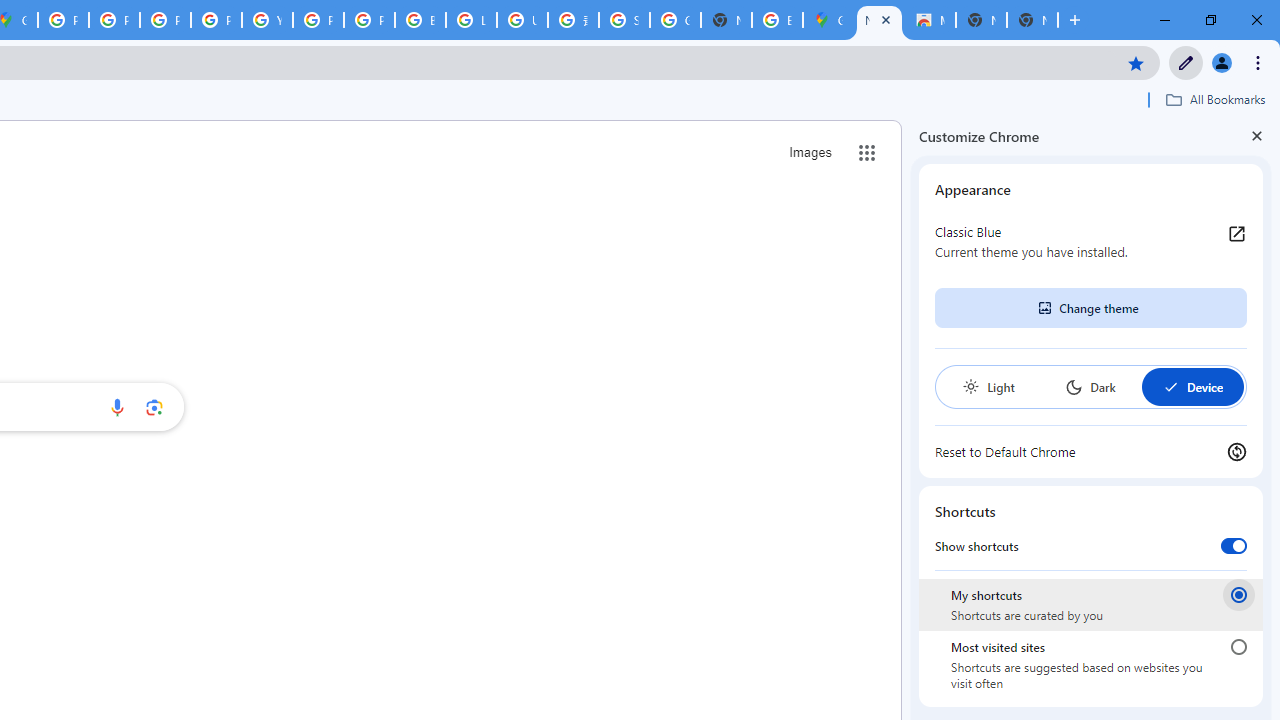  What do you see at coordinates (266, 20) in the screenshot?
I see `'YouTube'` at bounding box center [266, 20].